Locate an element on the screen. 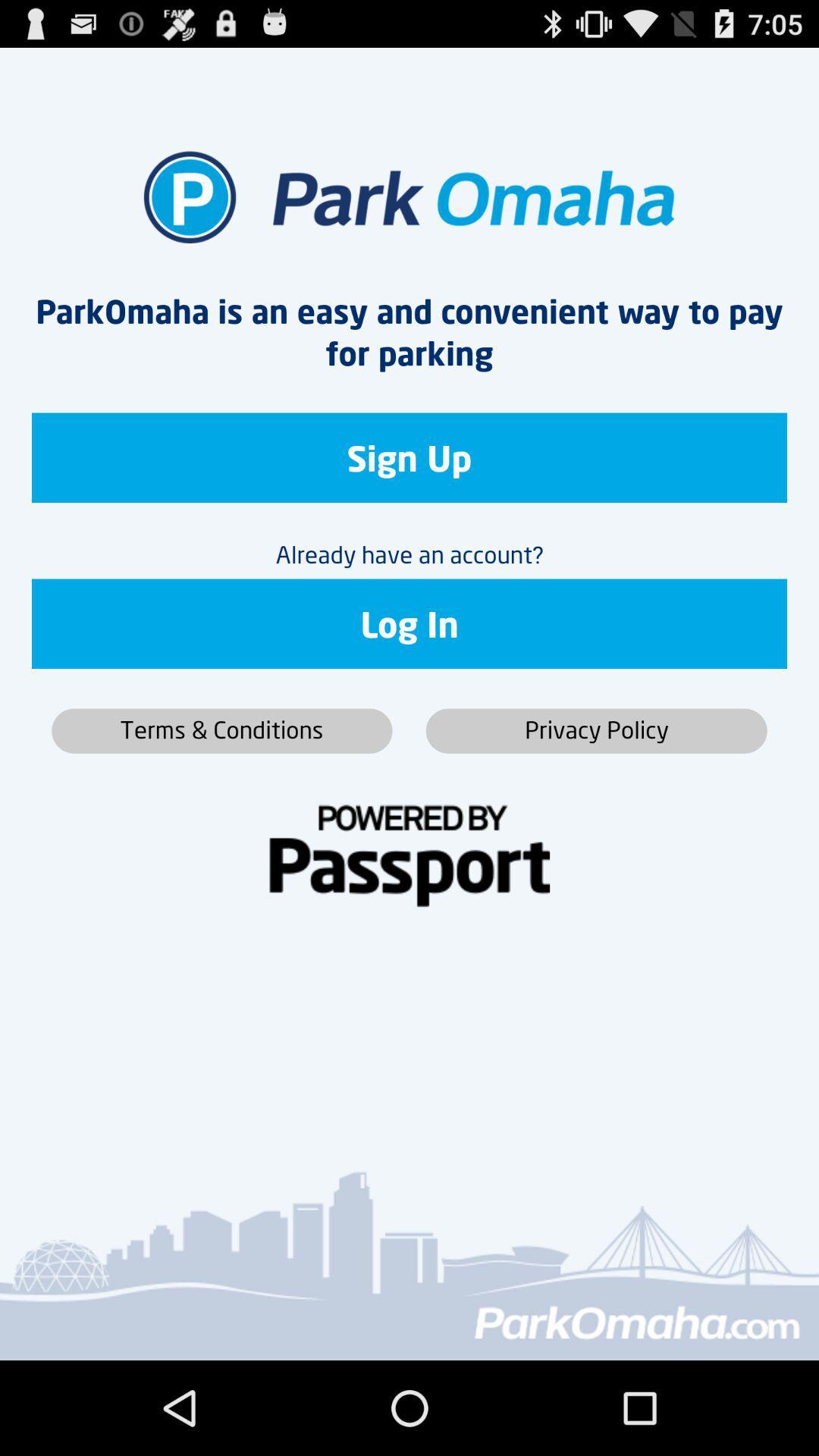  button below log in icon is located at coordinates (595, 731).